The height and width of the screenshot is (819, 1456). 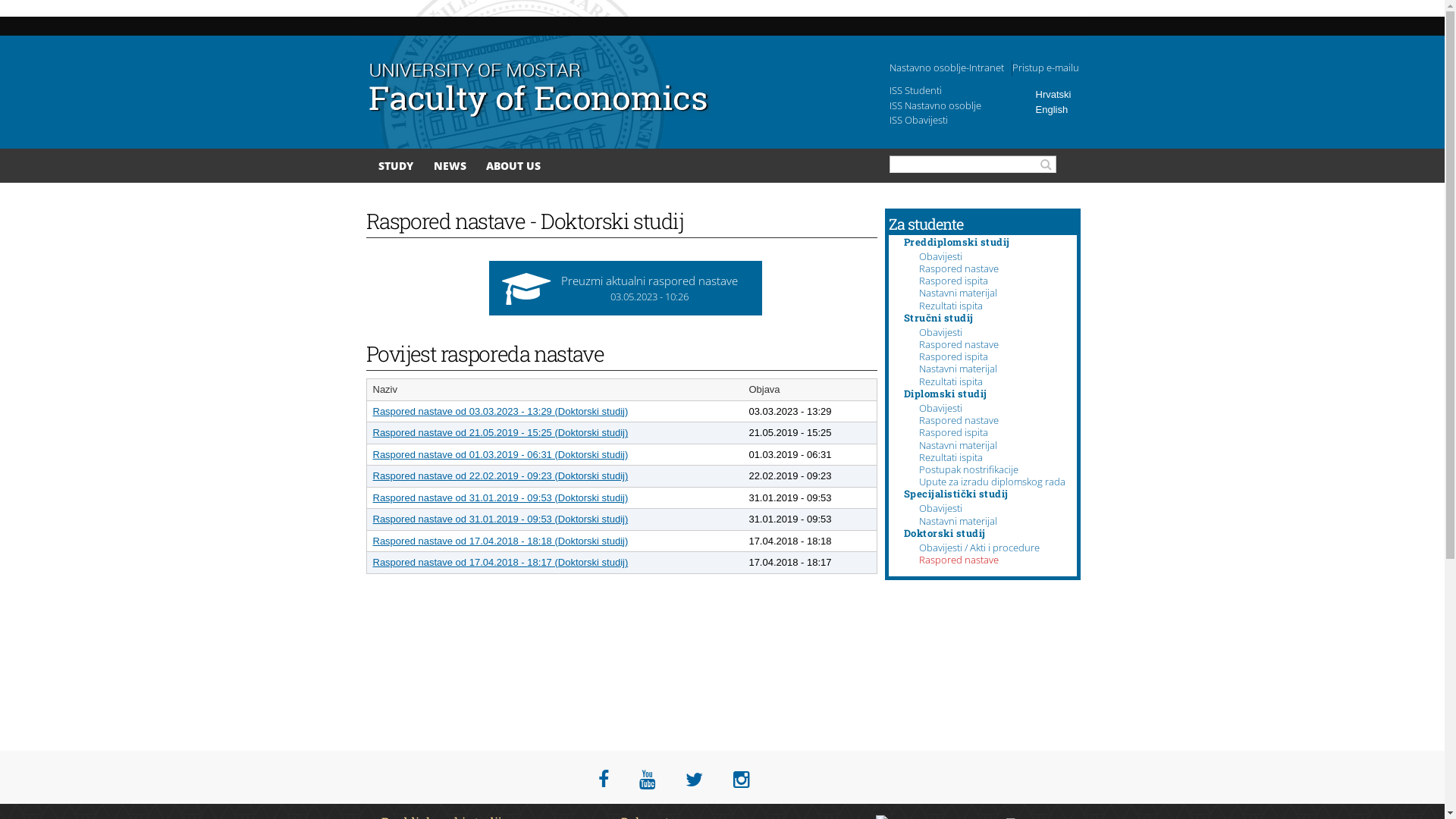 I want to click on 'Raspored nastave od 21.05.2019 - 15:25 (Doktorski studij)', so click(x=500, y=432).